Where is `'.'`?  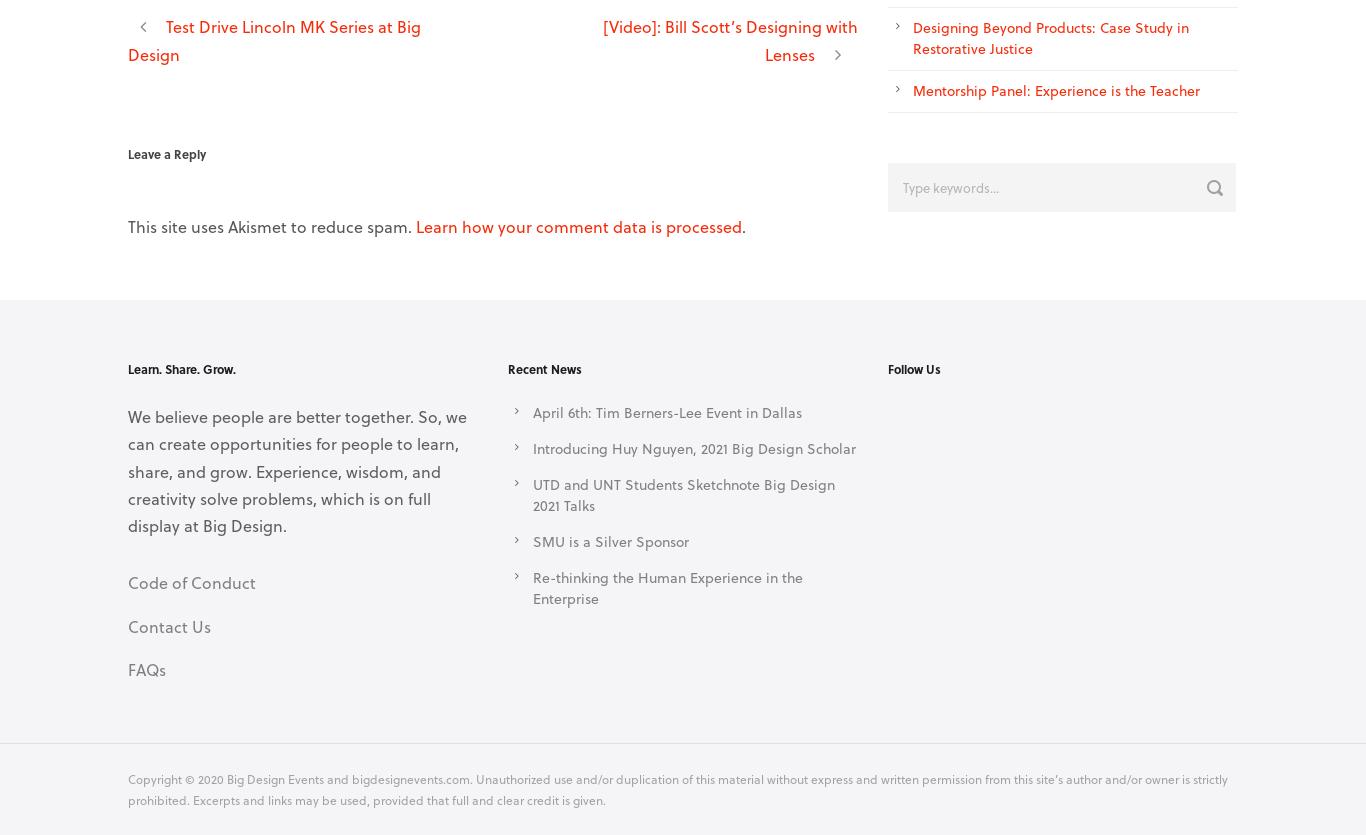
'.' is located at coordinates (742, 225).